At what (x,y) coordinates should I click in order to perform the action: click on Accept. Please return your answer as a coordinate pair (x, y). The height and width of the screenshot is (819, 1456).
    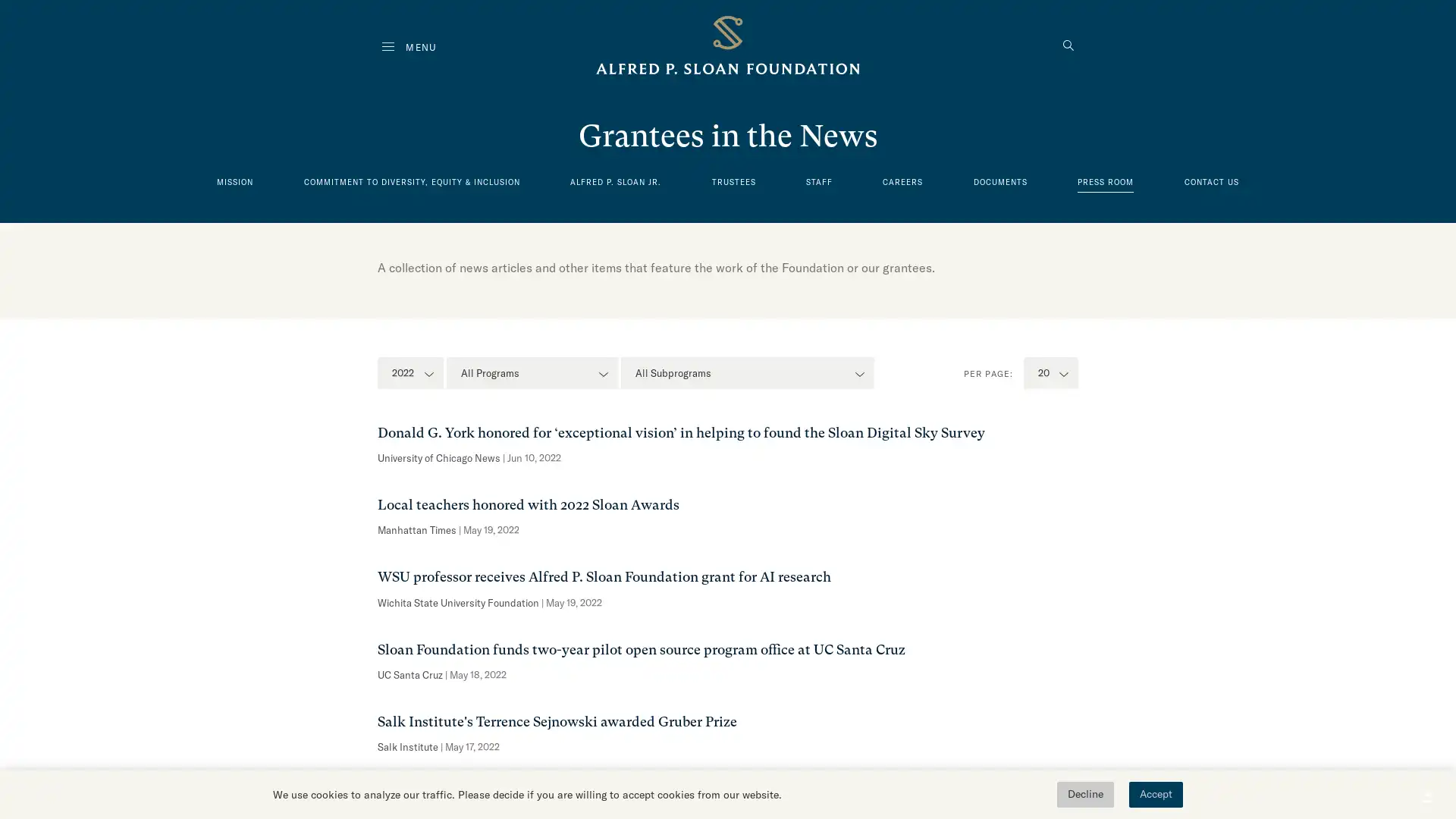
    Looking at the image, I should click on (1155, 794).